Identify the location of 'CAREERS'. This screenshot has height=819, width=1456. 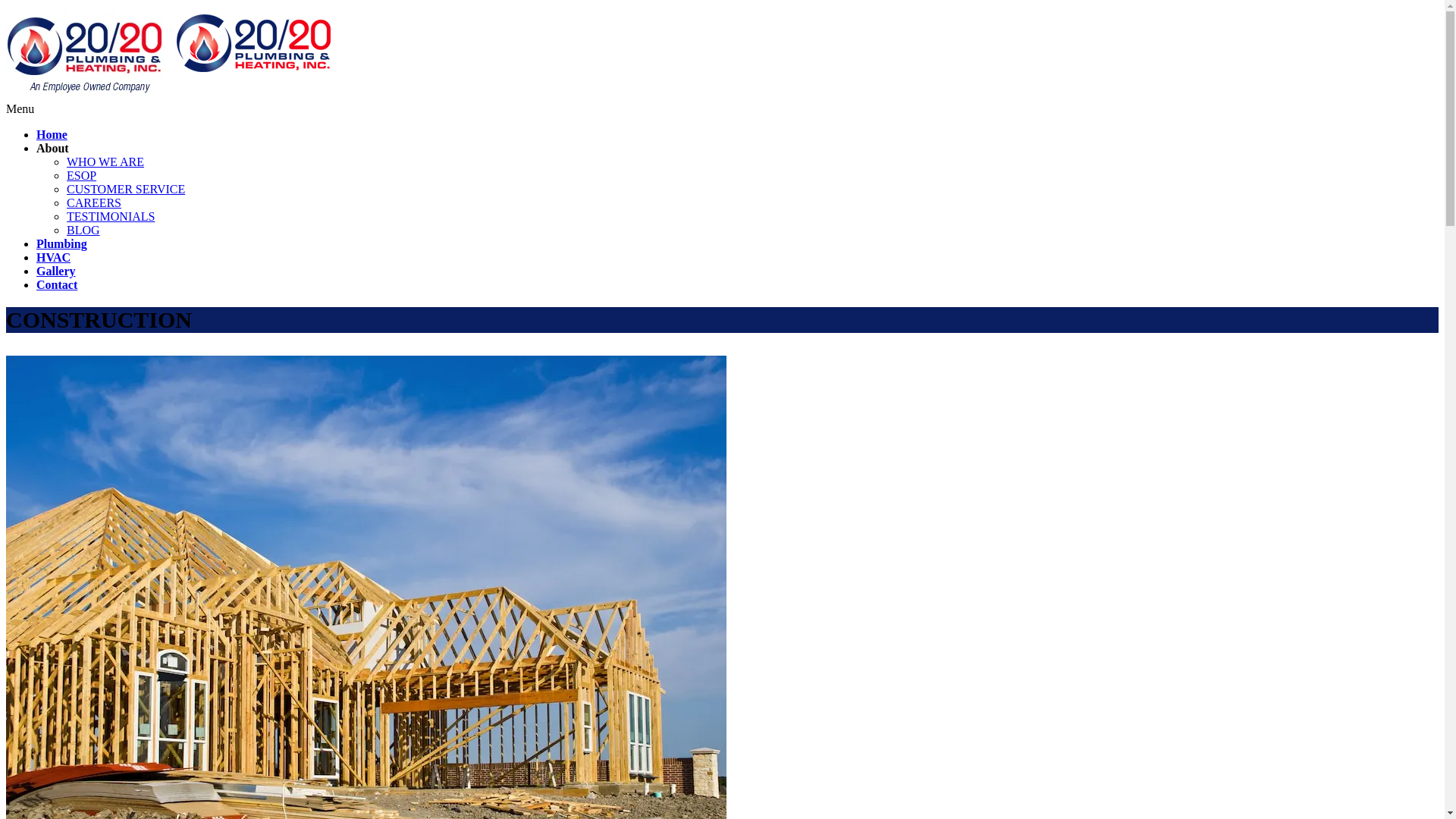
(93, 202).